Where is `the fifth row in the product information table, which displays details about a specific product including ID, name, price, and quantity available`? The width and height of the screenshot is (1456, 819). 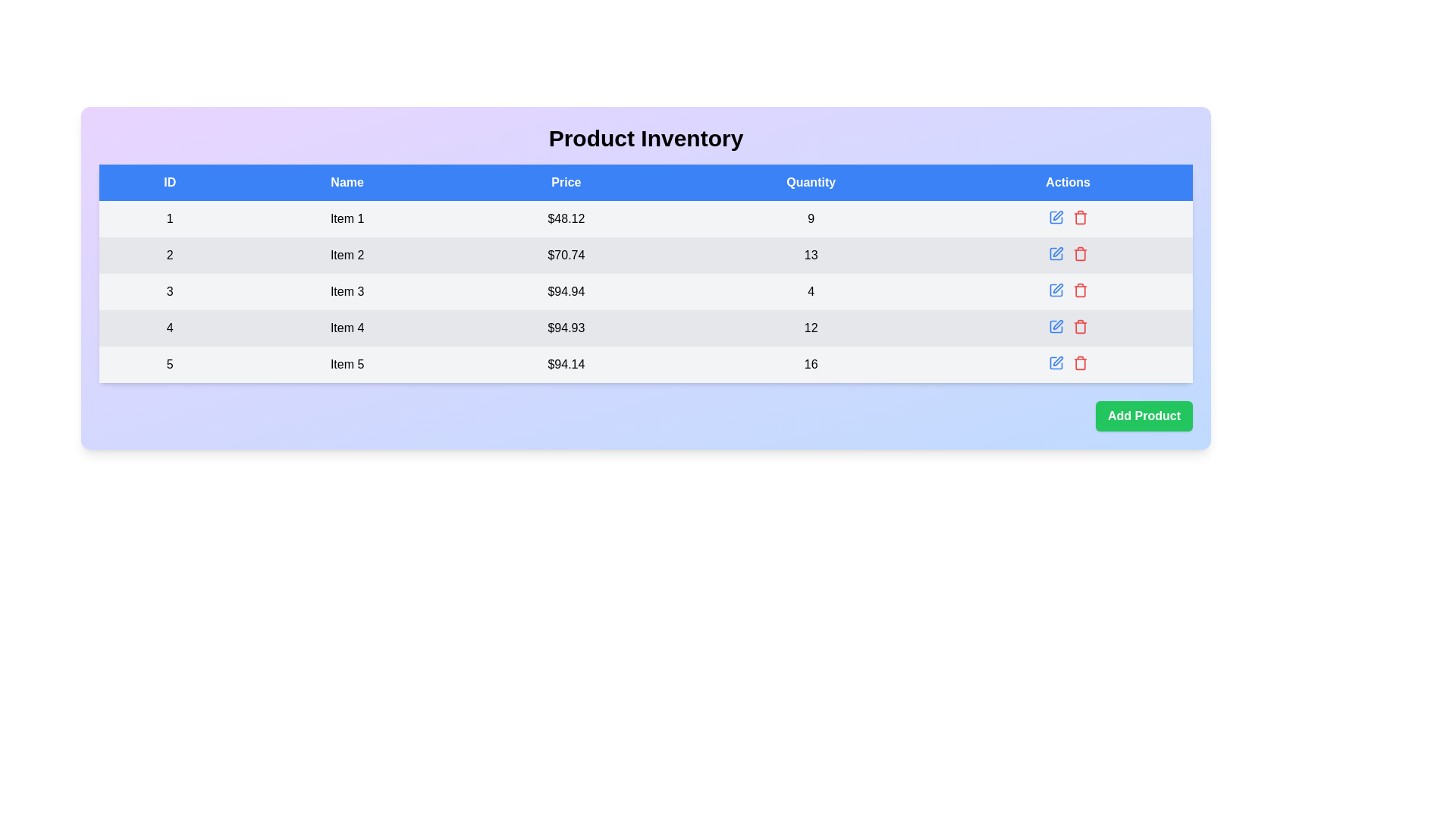
the fifth row in the product information table, which displays details about a specific product including ID, name, price, and quantity available is located at coordinates (645, 365).